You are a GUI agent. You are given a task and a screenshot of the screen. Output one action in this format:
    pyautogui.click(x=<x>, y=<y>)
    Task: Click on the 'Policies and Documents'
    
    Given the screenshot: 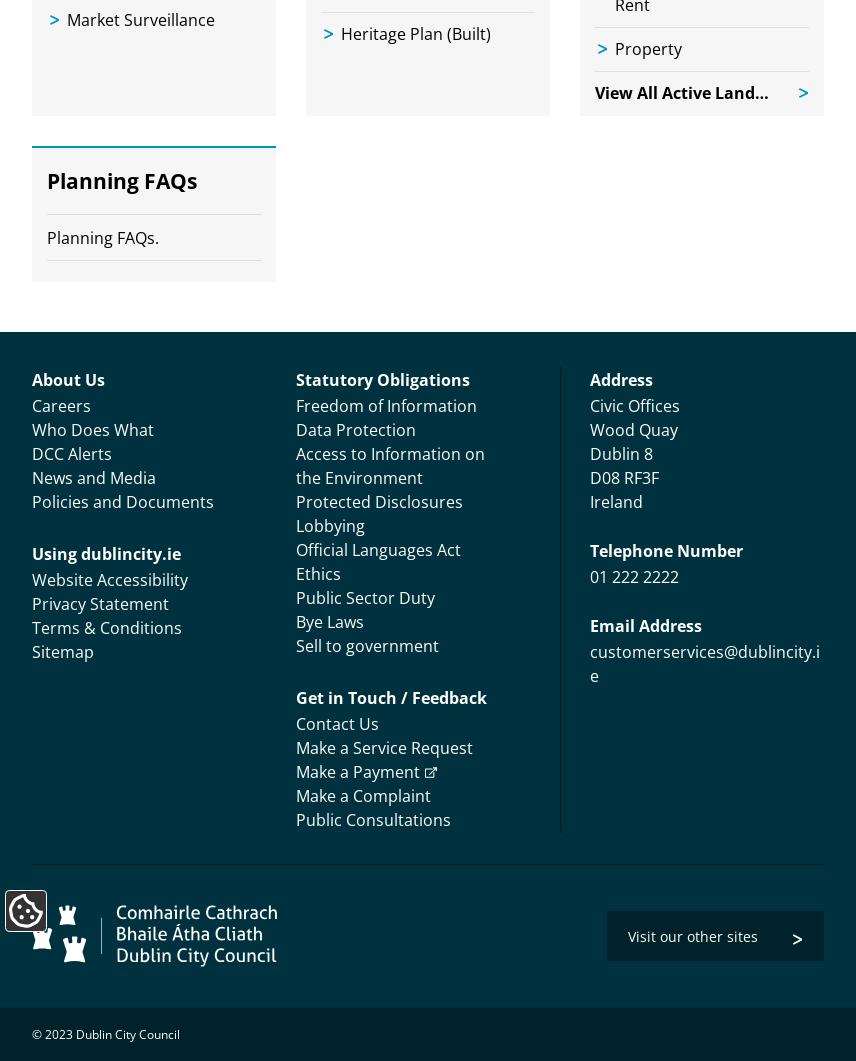 What is the action you would take?
    pyautogui.click(x=122, y=501)
    